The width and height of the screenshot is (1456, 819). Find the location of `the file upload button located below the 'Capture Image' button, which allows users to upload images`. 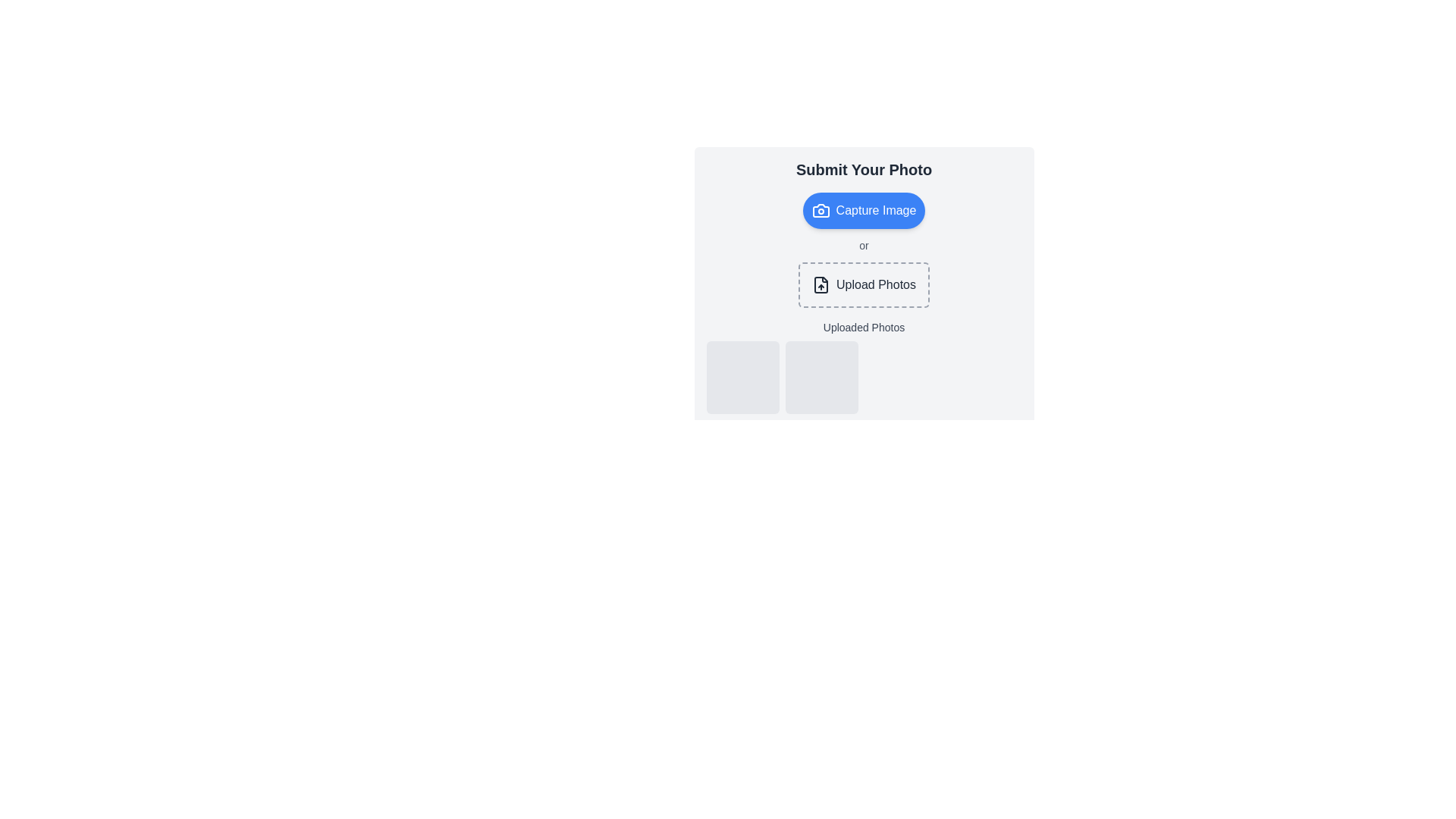

the file upload button located below the 'Capture Image' button, which allows users to upload images is located at coordinates (864, 284).